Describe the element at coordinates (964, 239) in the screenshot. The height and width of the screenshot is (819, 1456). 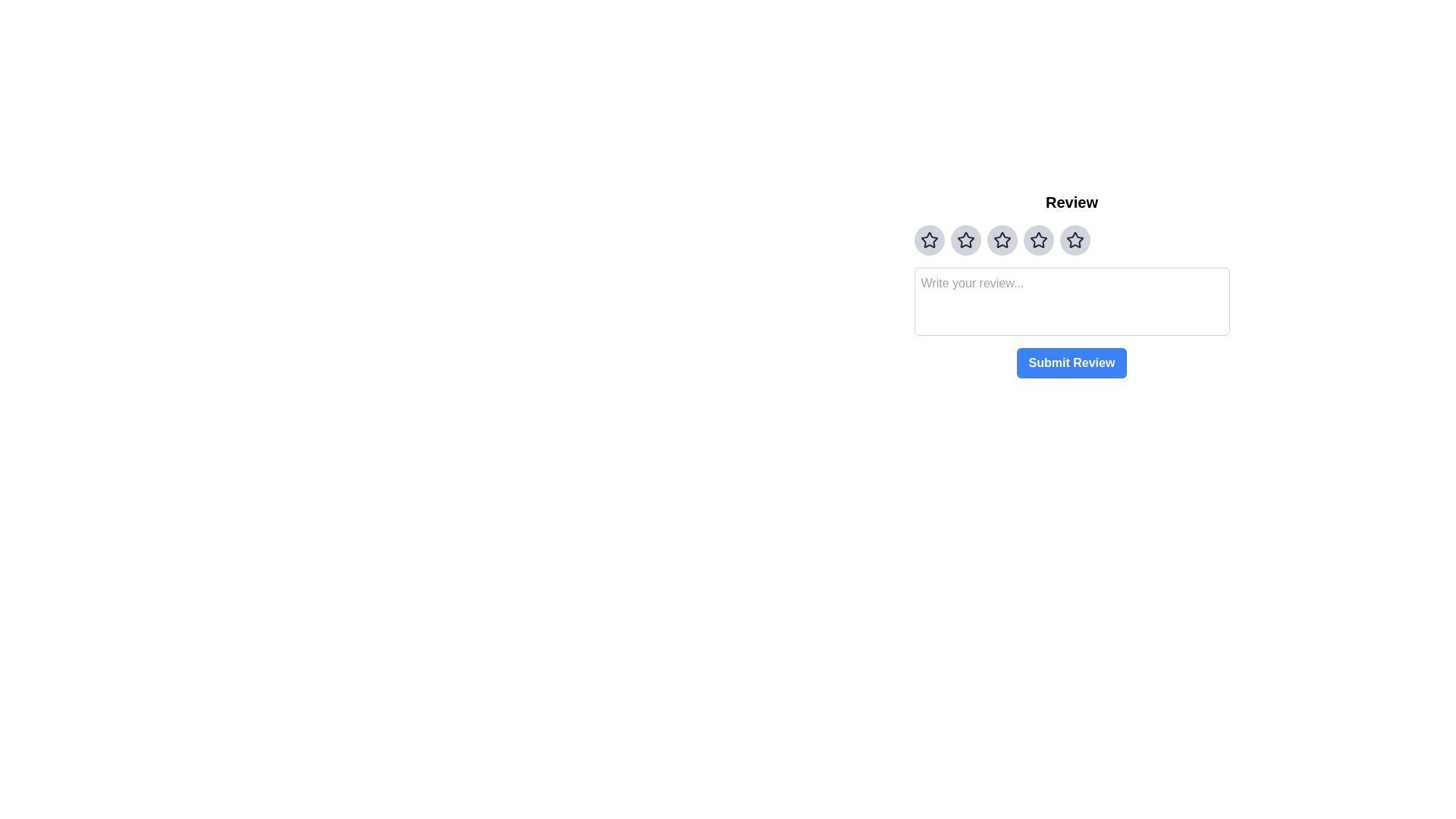
I see `the second star icon in the horizontal rating system` at that location.